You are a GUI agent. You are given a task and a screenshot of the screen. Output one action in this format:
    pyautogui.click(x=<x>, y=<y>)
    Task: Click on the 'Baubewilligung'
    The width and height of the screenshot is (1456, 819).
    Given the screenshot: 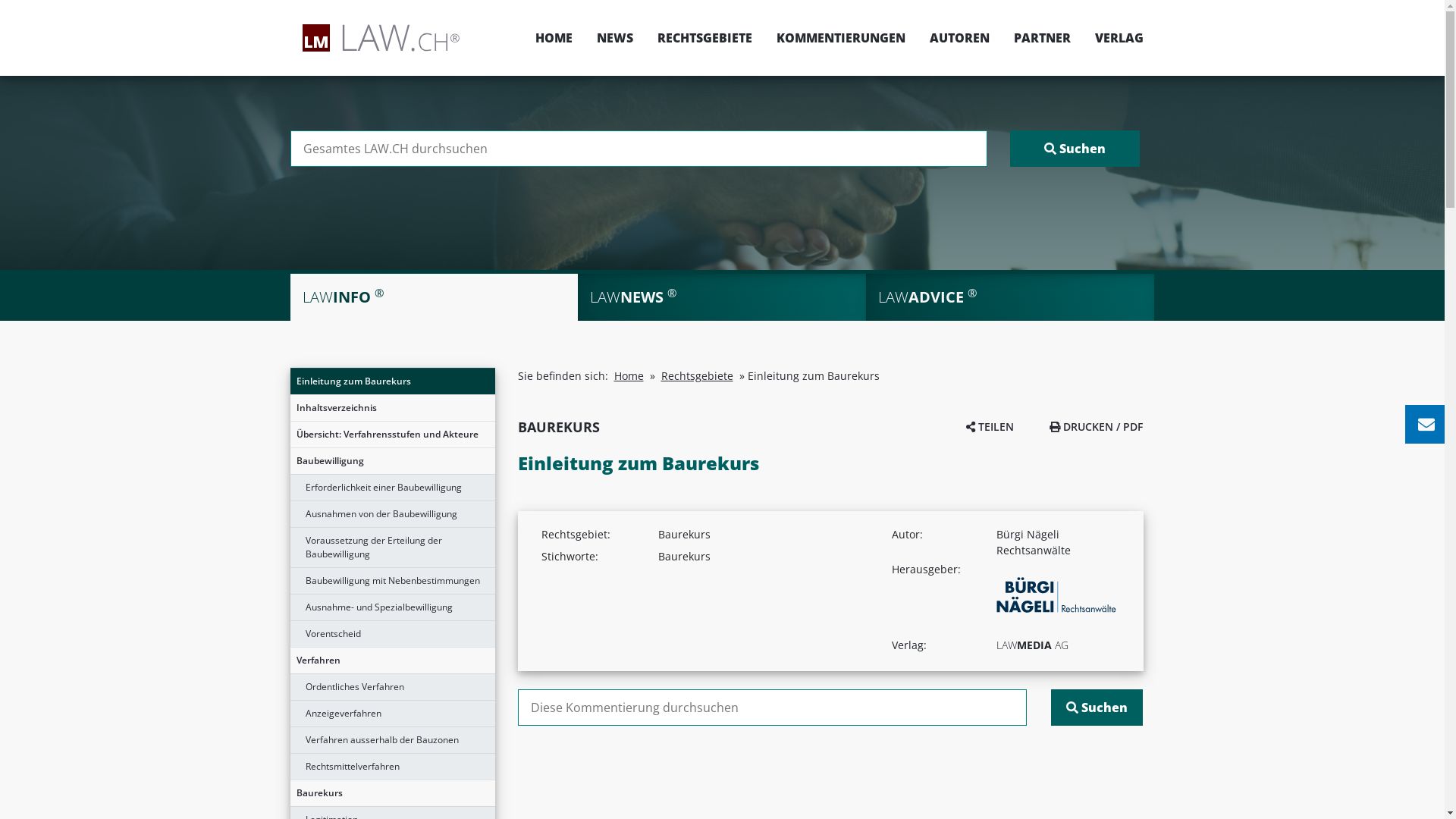 What is the action you would take?
    pyautogui.click(x=290, y=460)
    